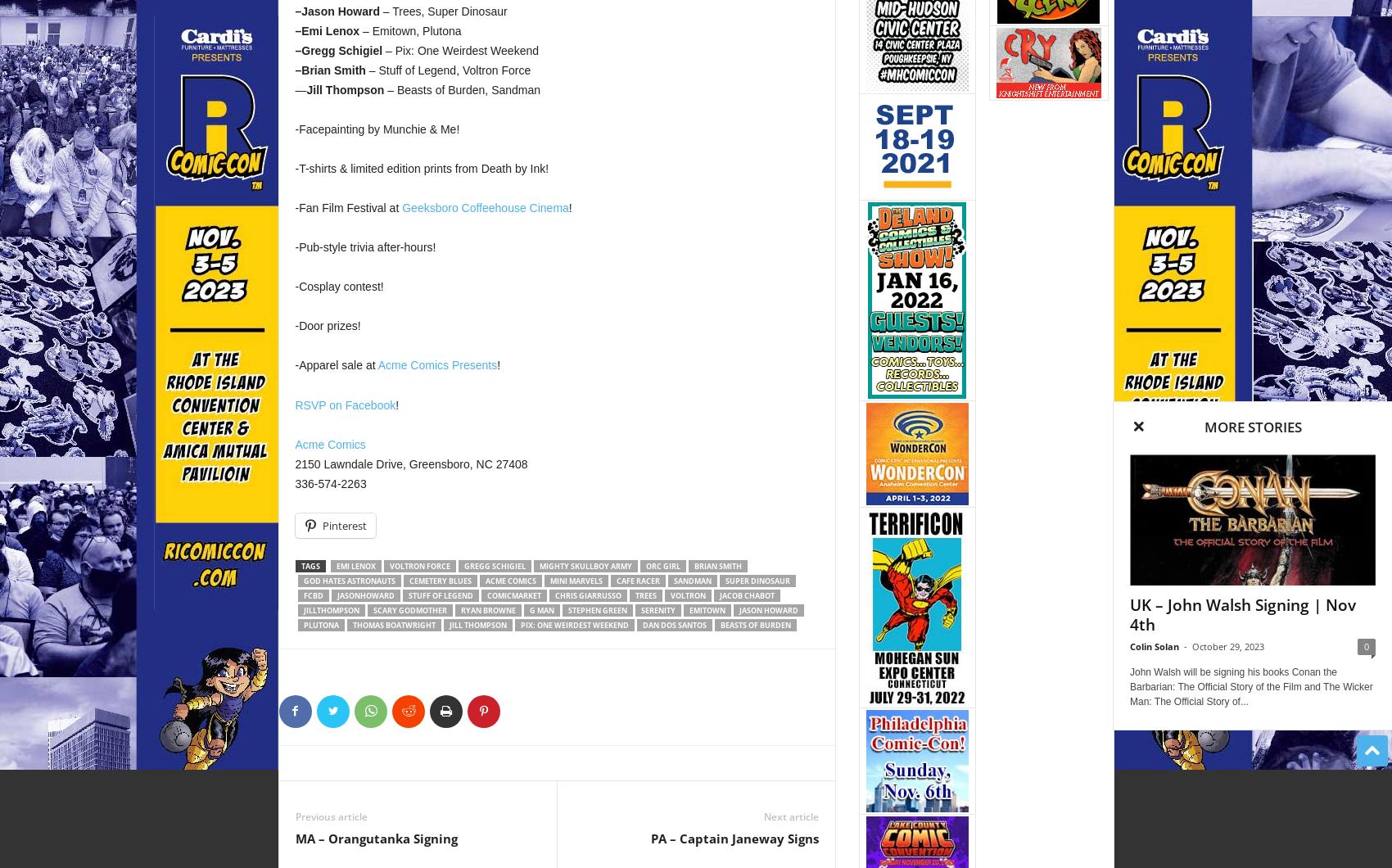 The height and width of the screenshot is (868, 1392). I want to click on 'Jason Howard', so click(739, 608).